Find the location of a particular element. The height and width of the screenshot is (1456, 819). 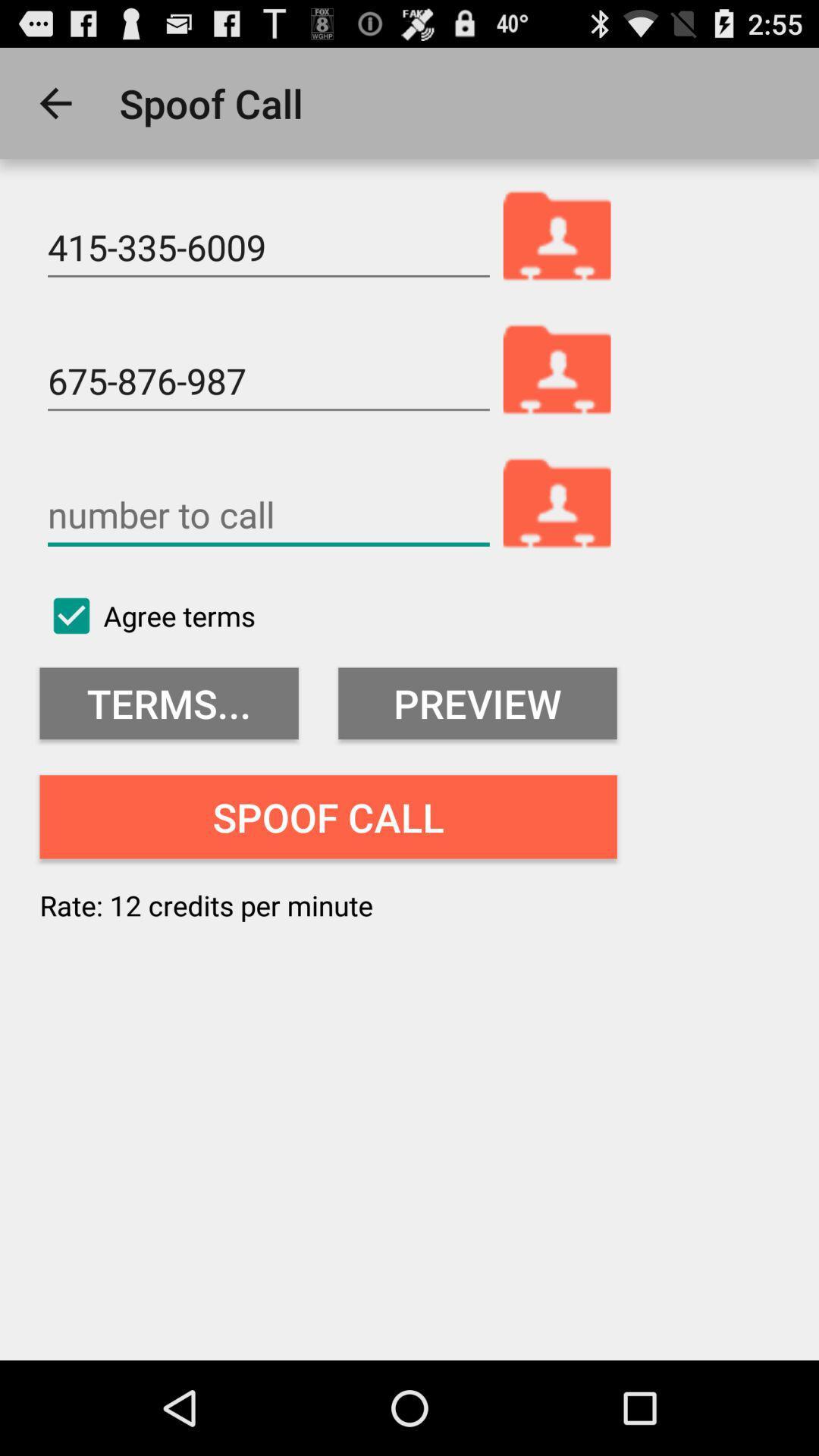

the 415-335-6009 is located at coordinates (268, 247).